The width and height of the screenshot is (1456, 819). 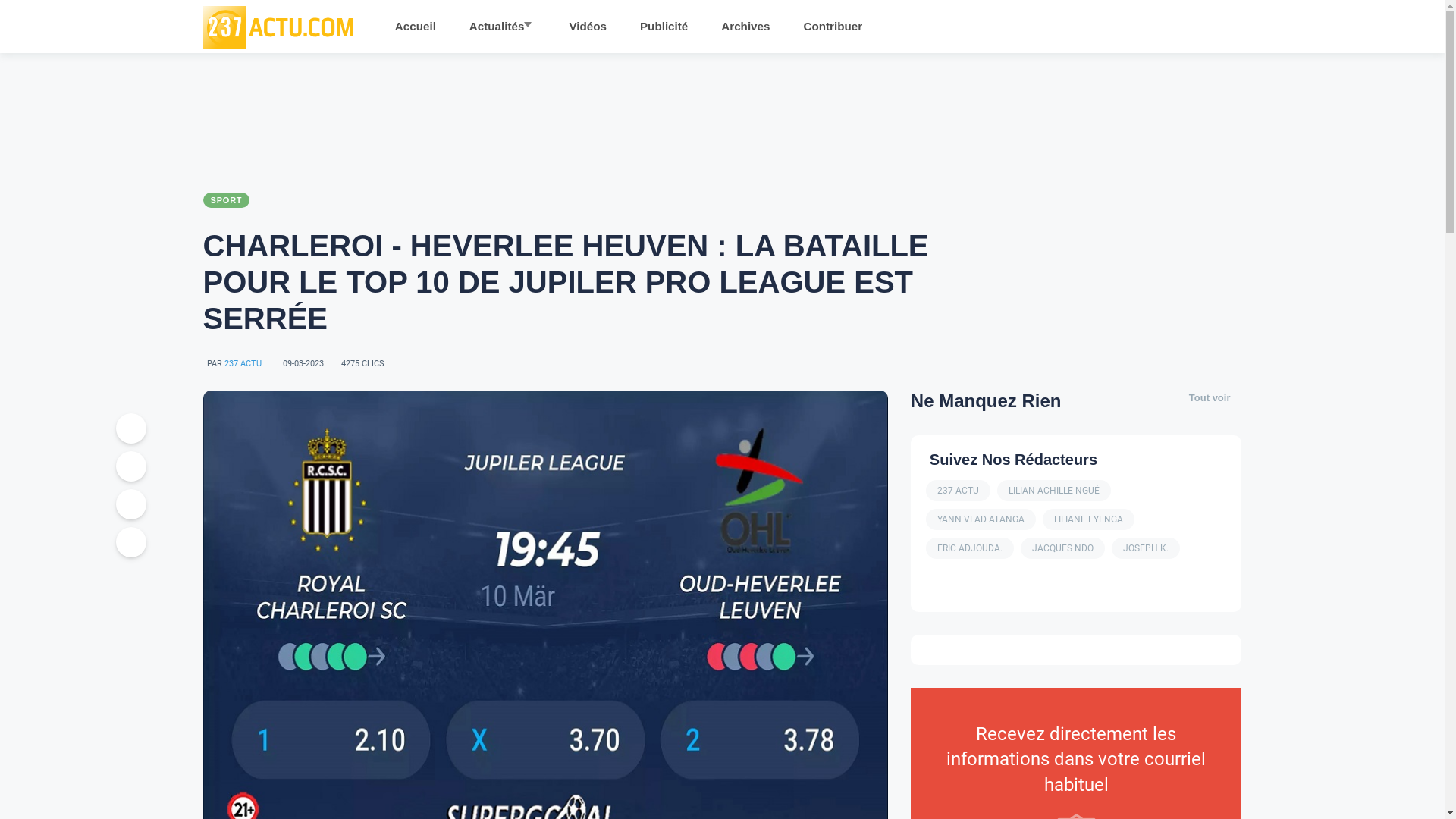 What do you see at coordinates (745, 32) in the screenshot?
I see `'Archives'` at bounding box center [745, 32].